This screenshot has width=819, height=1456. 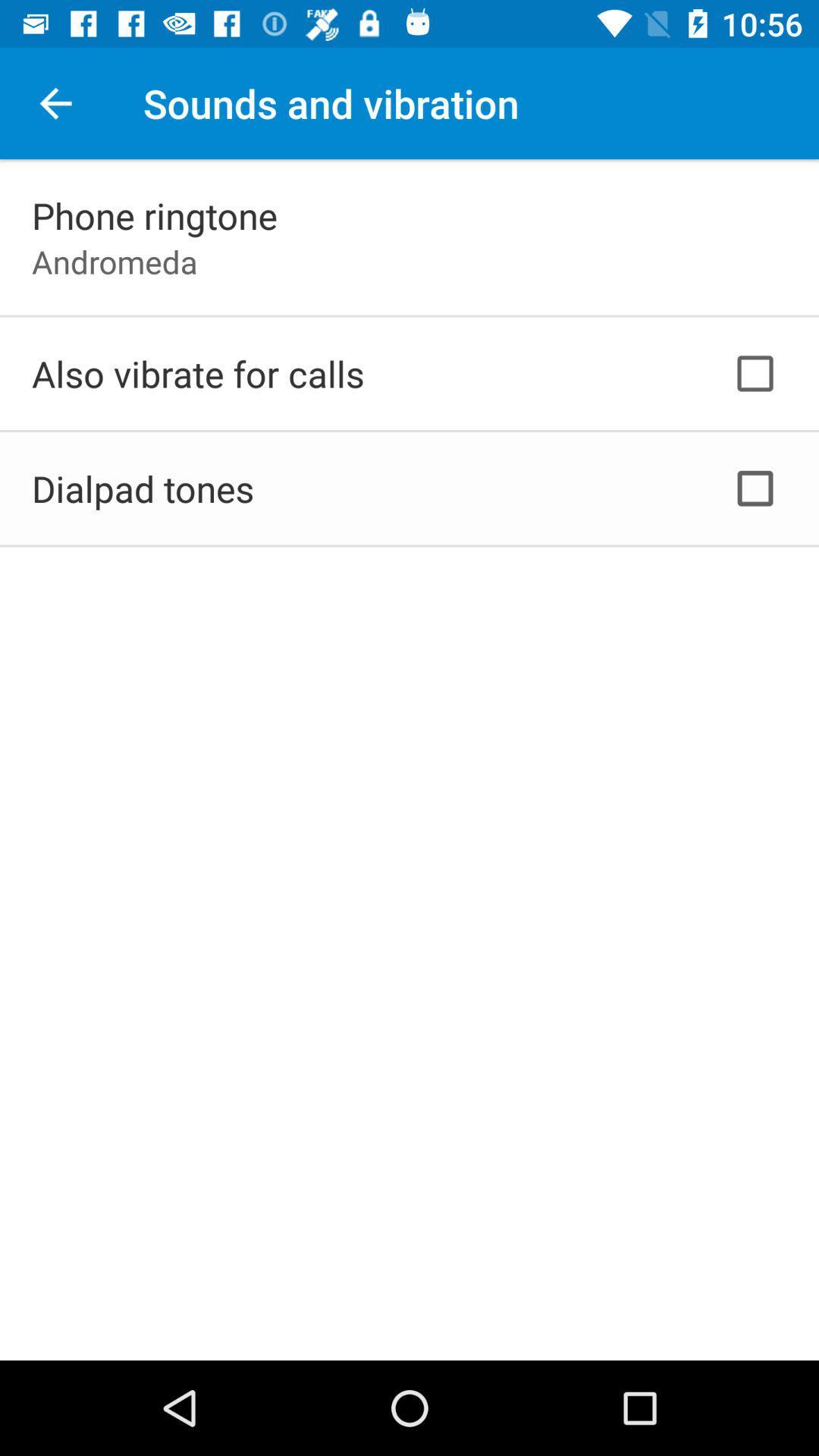 What do you see at coordinates (155, 215) in the screenshot?
I see `item above andromeda item` at bounding box center [155, 215].